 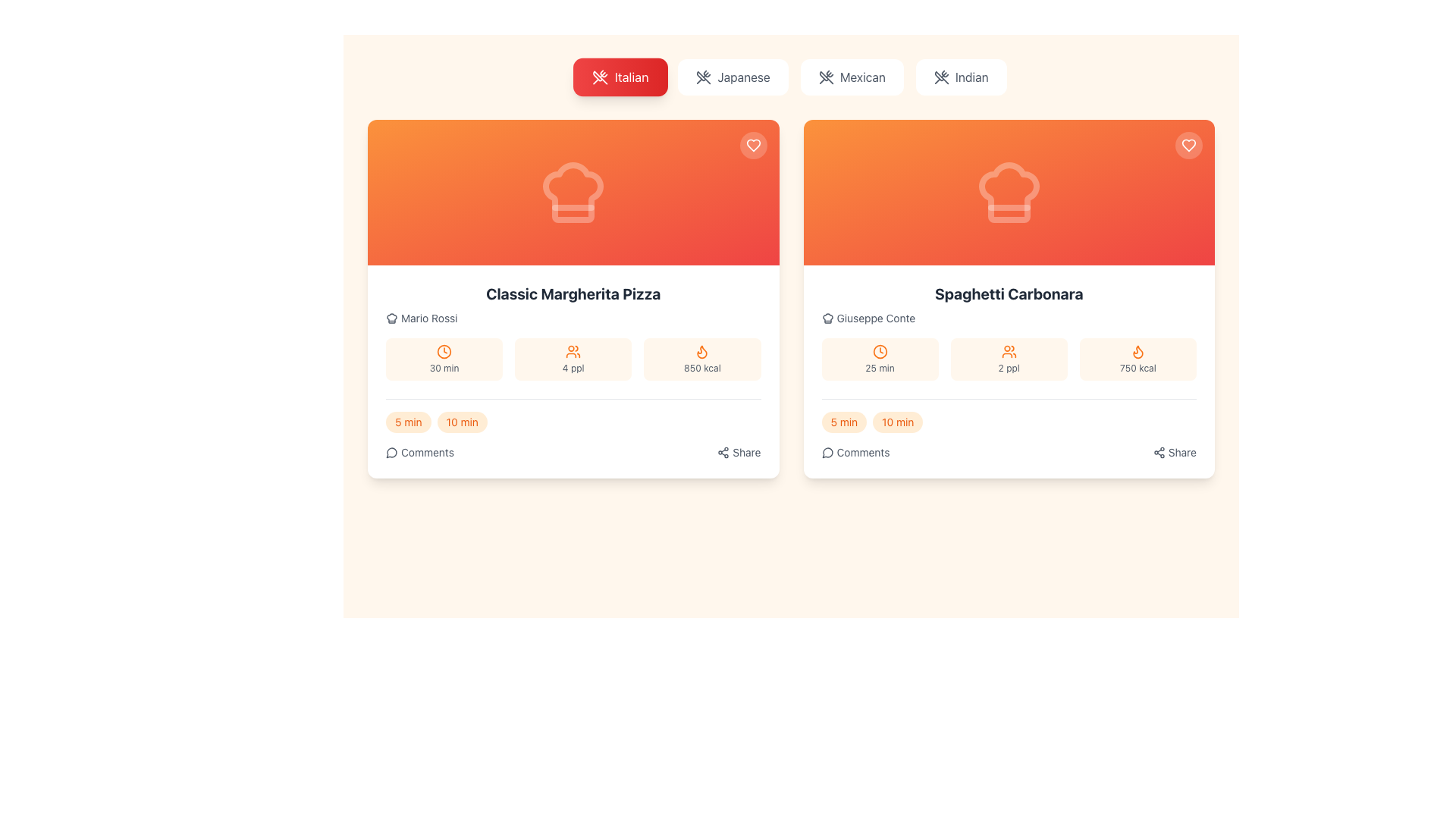 I want to click on the pill-shaped button containing an icon of crossed utensils and the text 'Japanese', so click(x=733, y=77).